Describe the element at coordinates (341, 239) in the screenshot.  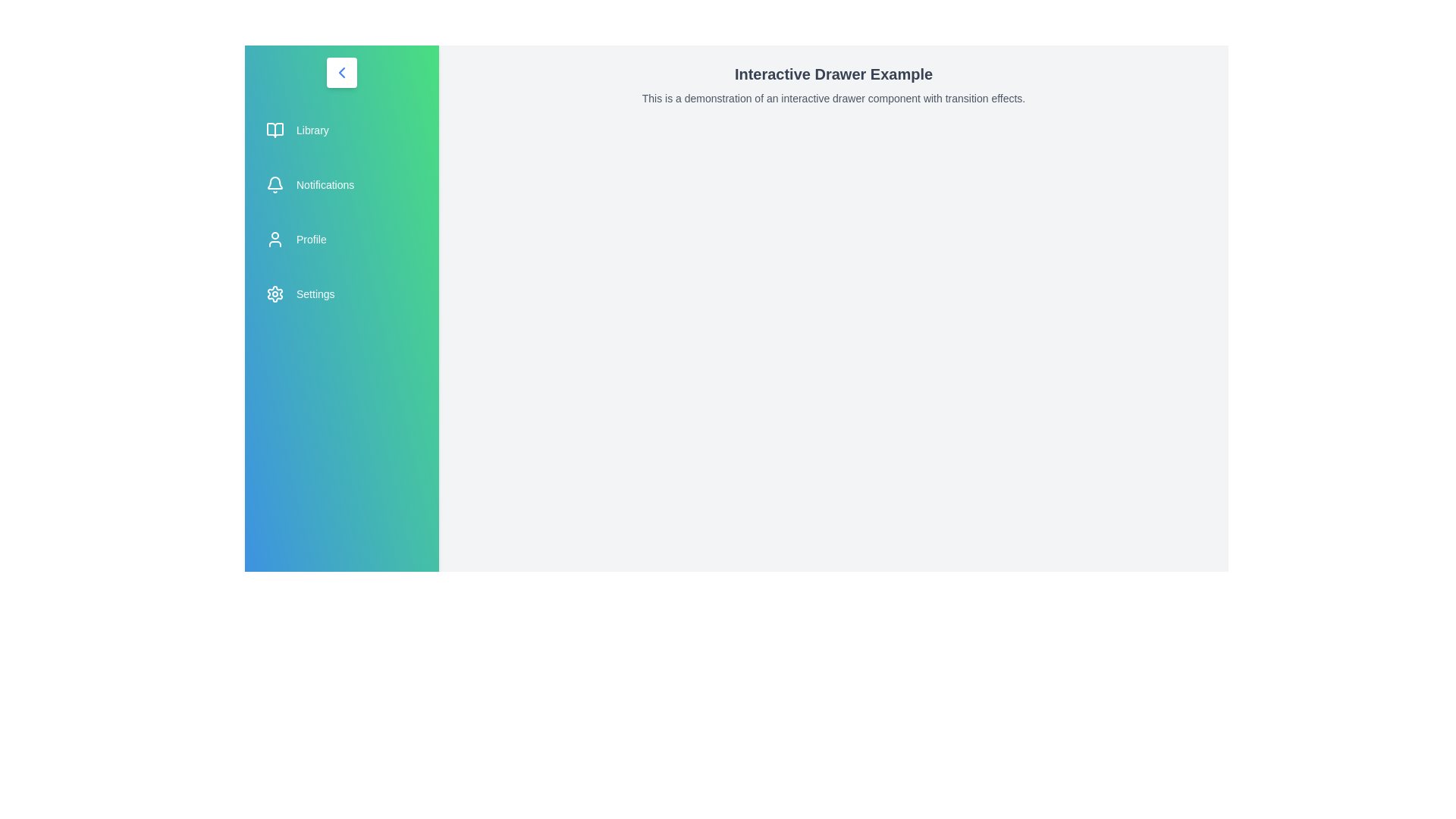
I see `the menu item labeled 'Profile' to navigate or trigger its associated action` at that location.